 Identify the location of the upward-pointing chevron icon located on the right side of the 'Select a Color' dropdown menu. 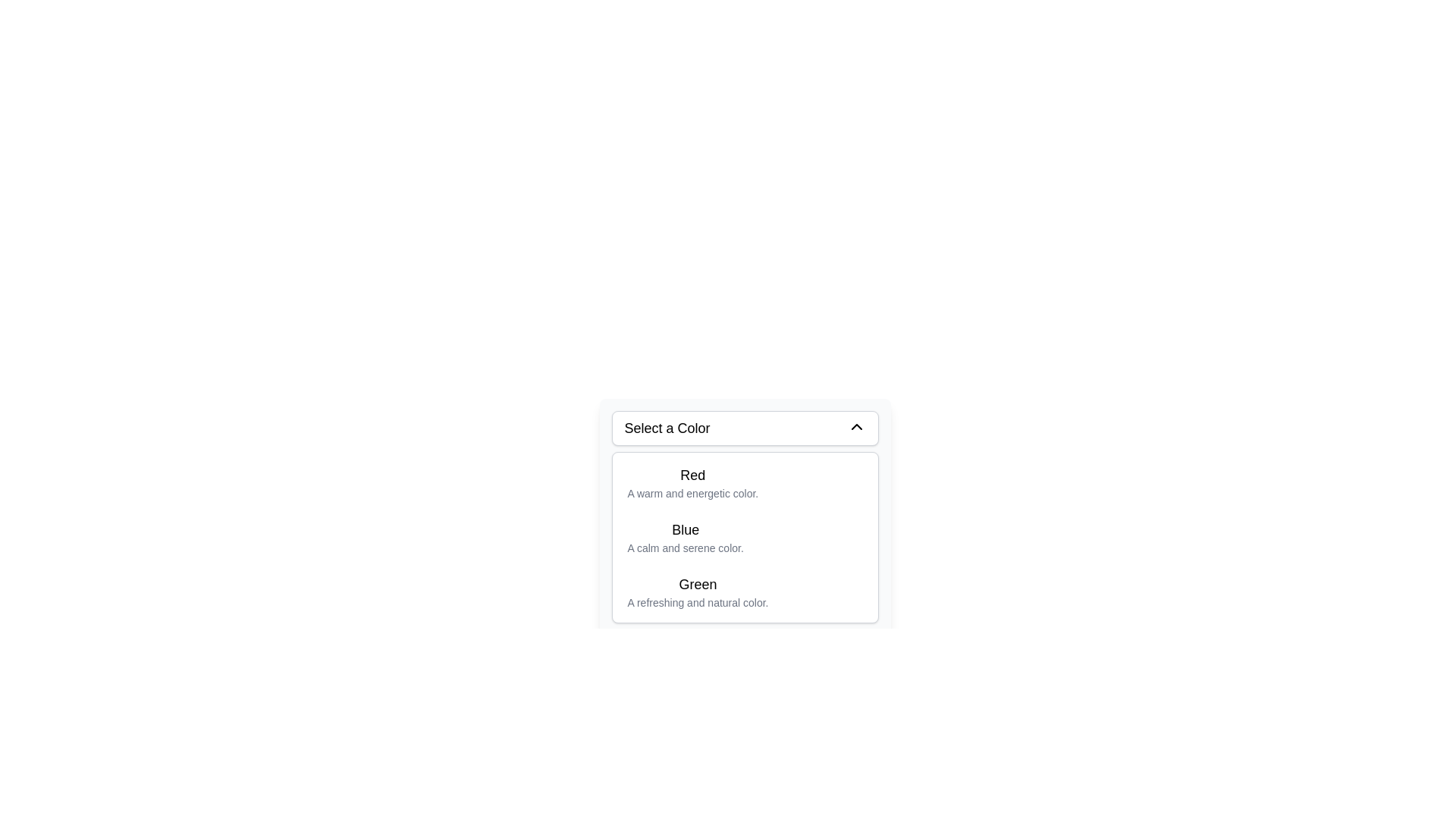
(856, 427).